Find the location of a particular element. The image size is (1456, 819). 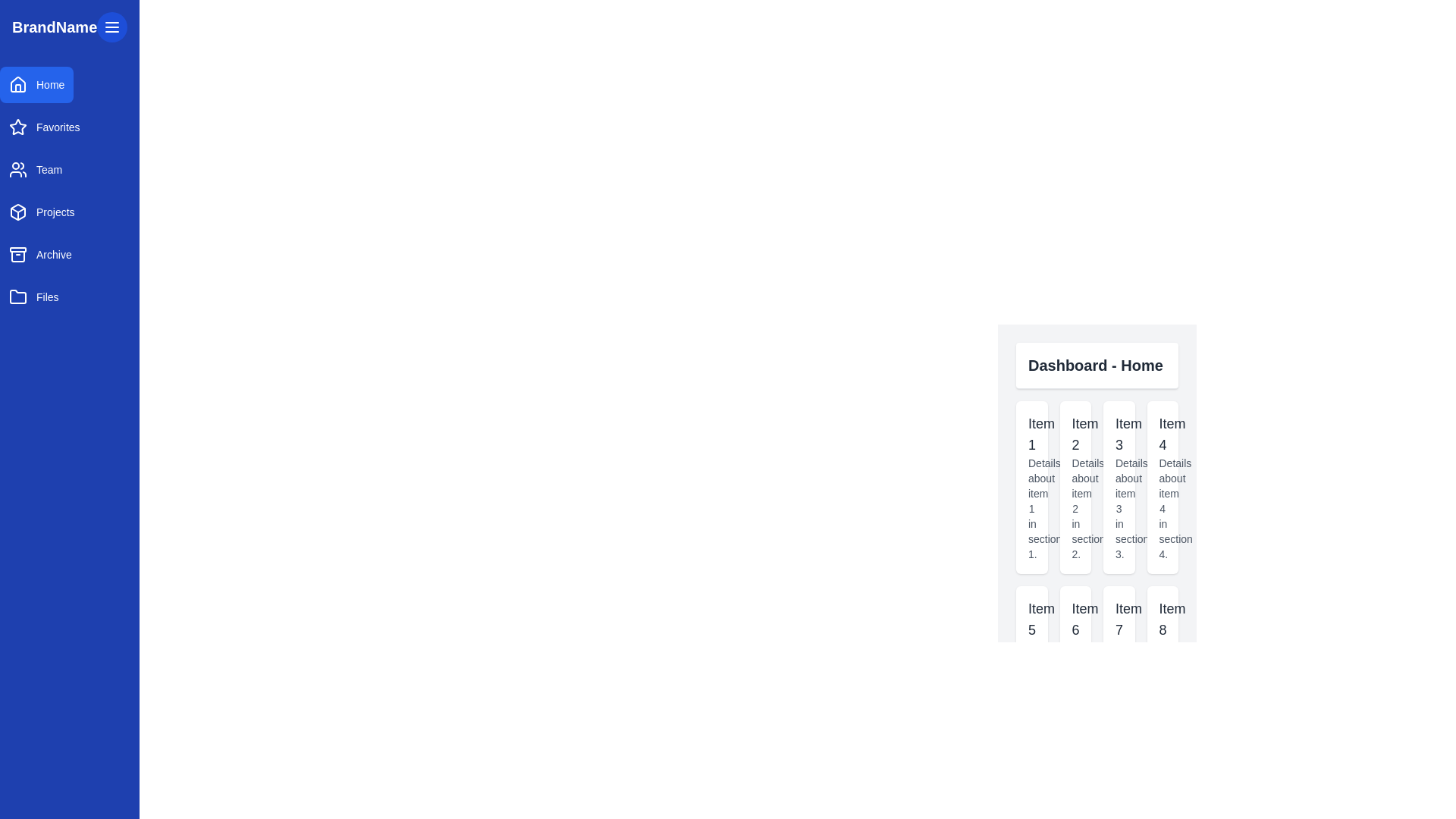

the text label for the second item in the grid under the 'Dashboard - Home' section, which serves as its title is located at coordinates (1075, 435).